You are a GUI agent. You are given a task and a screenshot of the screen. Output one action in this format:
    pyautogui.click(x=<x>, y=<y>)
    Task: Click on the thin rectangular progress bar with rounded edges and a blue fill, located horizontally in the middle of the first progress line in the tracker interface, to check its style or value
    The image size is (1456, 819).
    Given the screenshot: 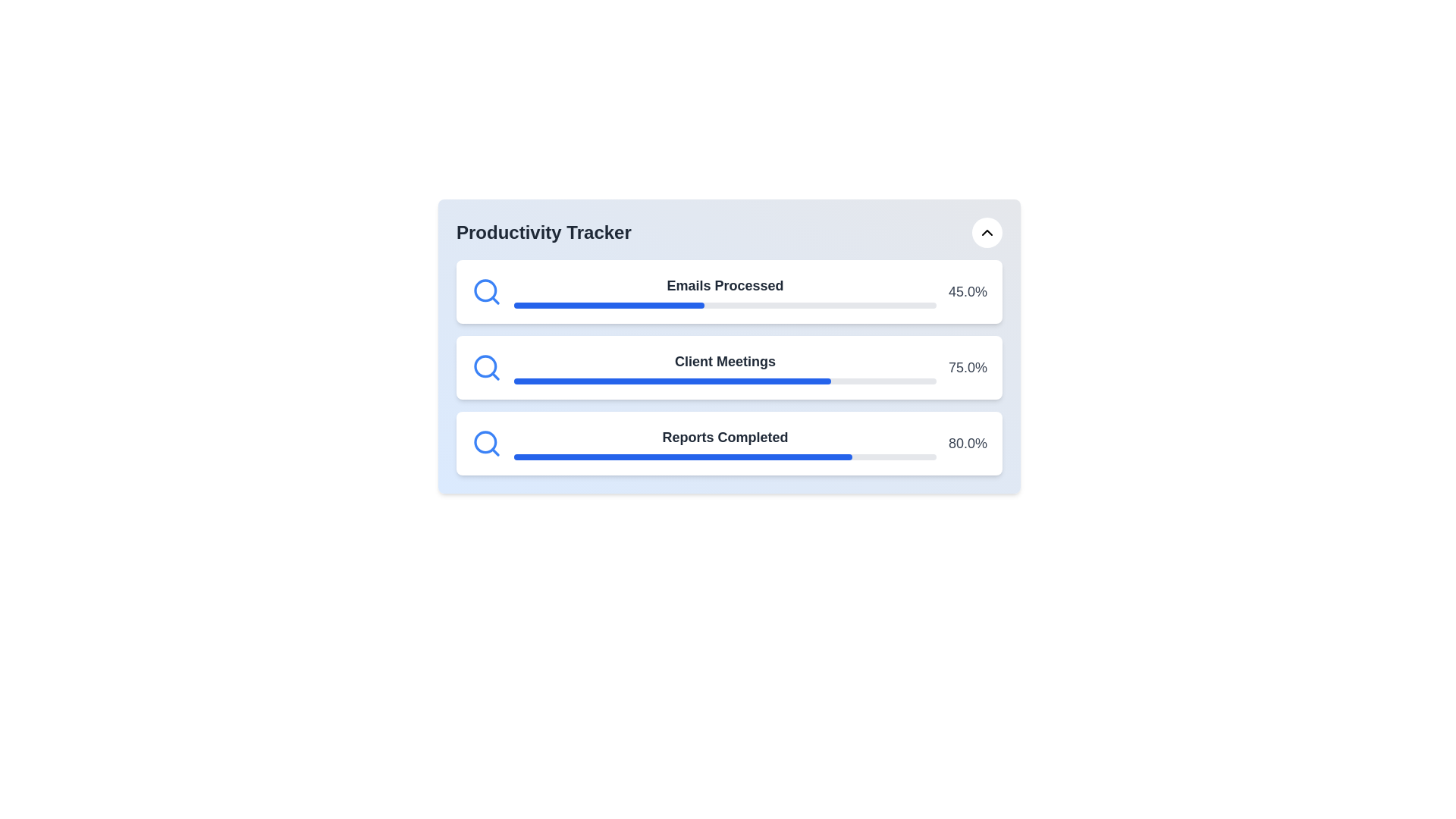 What is the action you would take?
    pyautogui.click(x=609, y=305)
    